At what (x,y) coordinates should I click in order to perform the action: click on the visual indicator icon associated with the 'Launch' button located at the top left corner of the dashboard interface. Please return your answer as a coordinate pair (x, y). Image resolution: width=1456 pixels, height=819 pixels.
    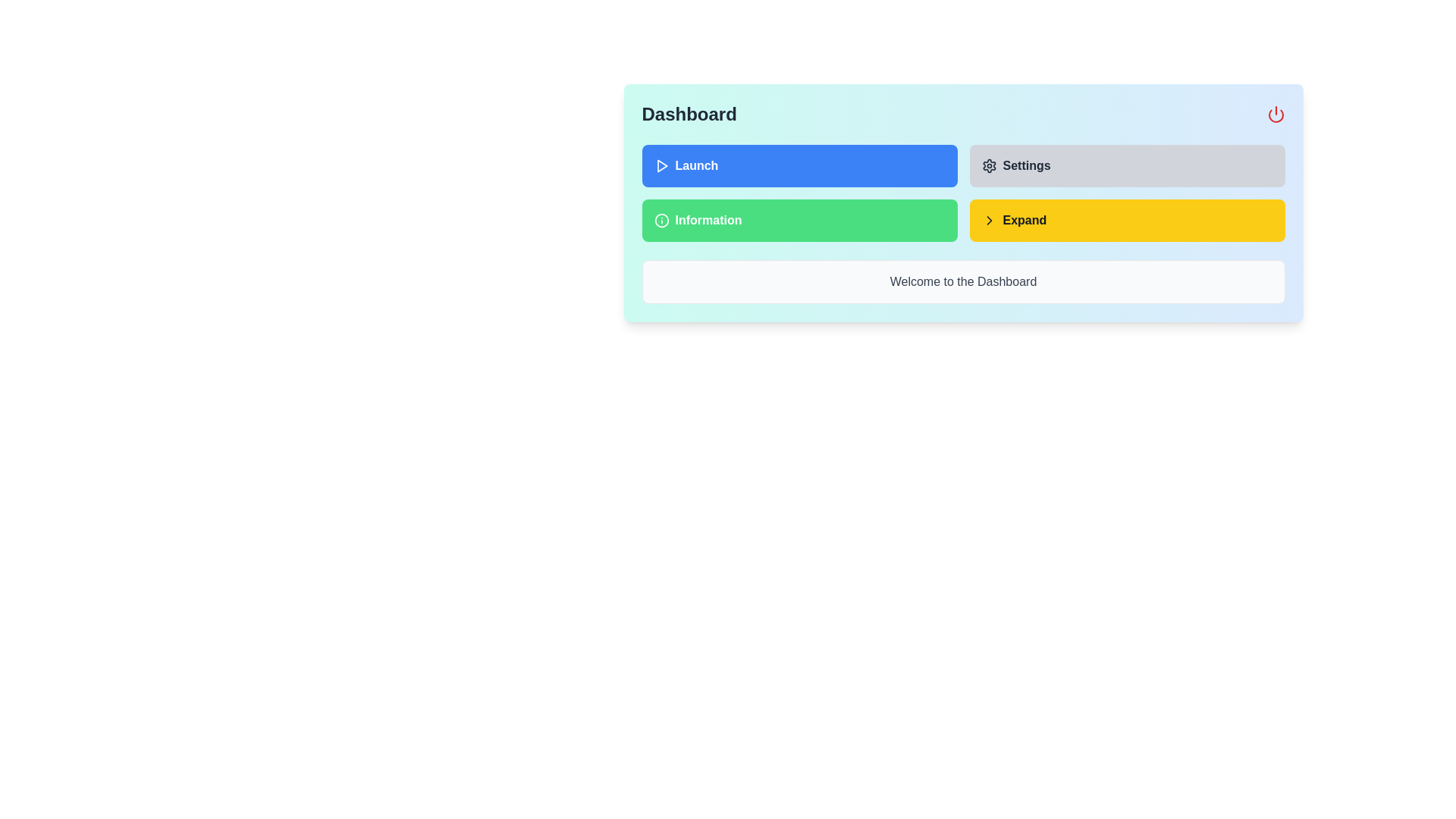
    Looking at the image, I should click on (662, 166).